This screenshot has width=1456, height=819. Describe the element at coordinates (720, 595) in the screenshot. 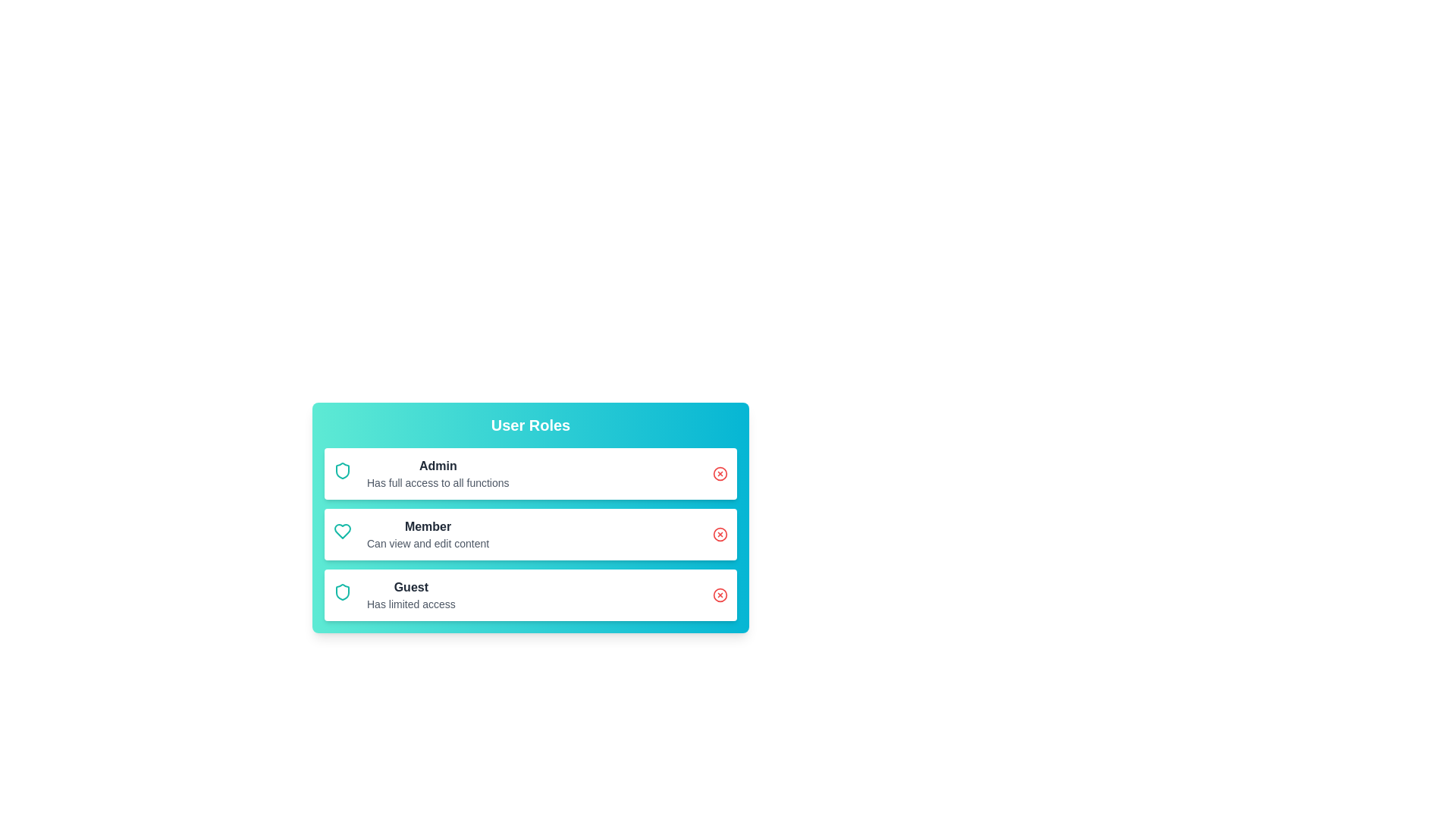

I see `the remove button for the role Guest to delete it` at that location.